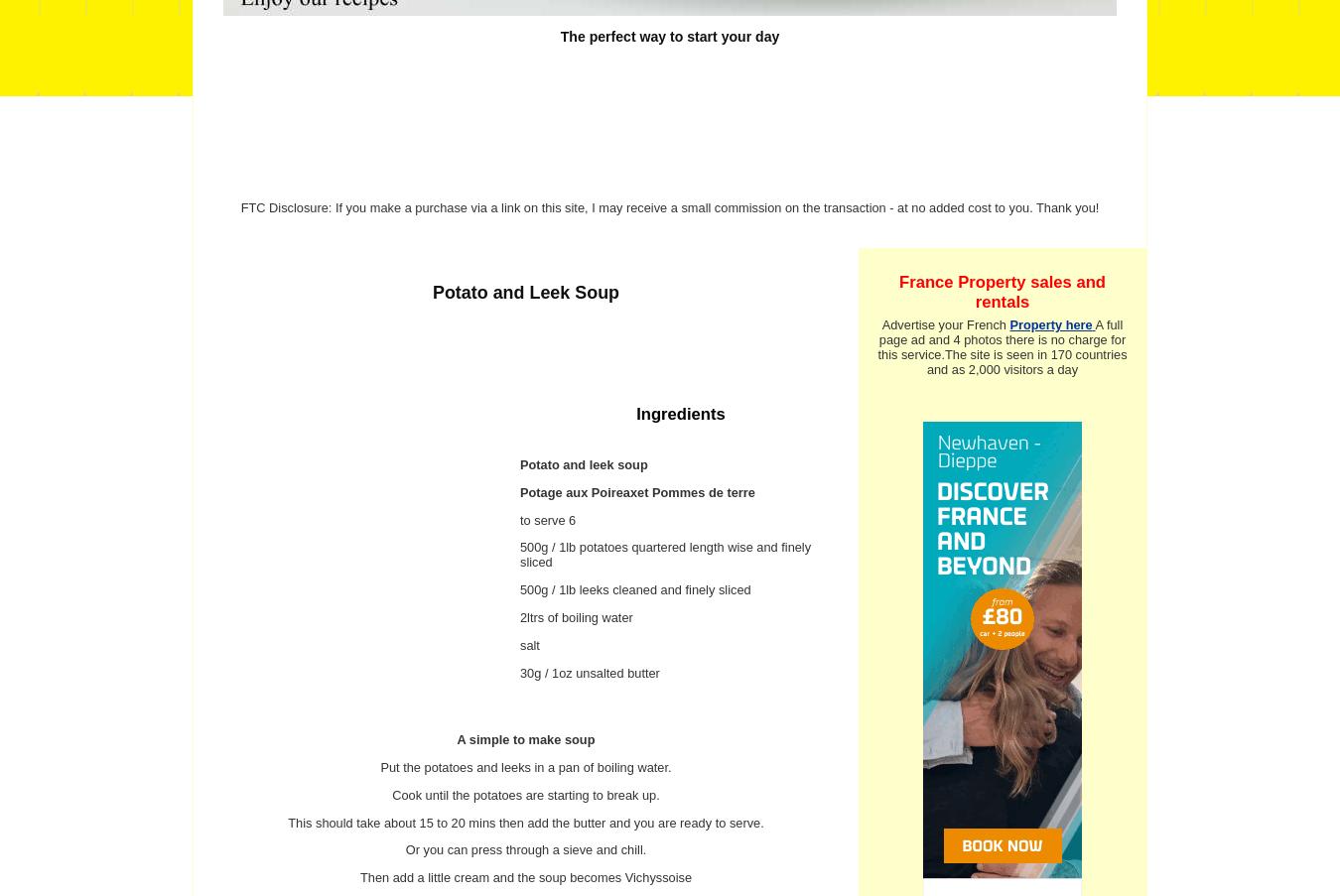  I want to click on 'The perfect way to start your day', so click(669, 35).